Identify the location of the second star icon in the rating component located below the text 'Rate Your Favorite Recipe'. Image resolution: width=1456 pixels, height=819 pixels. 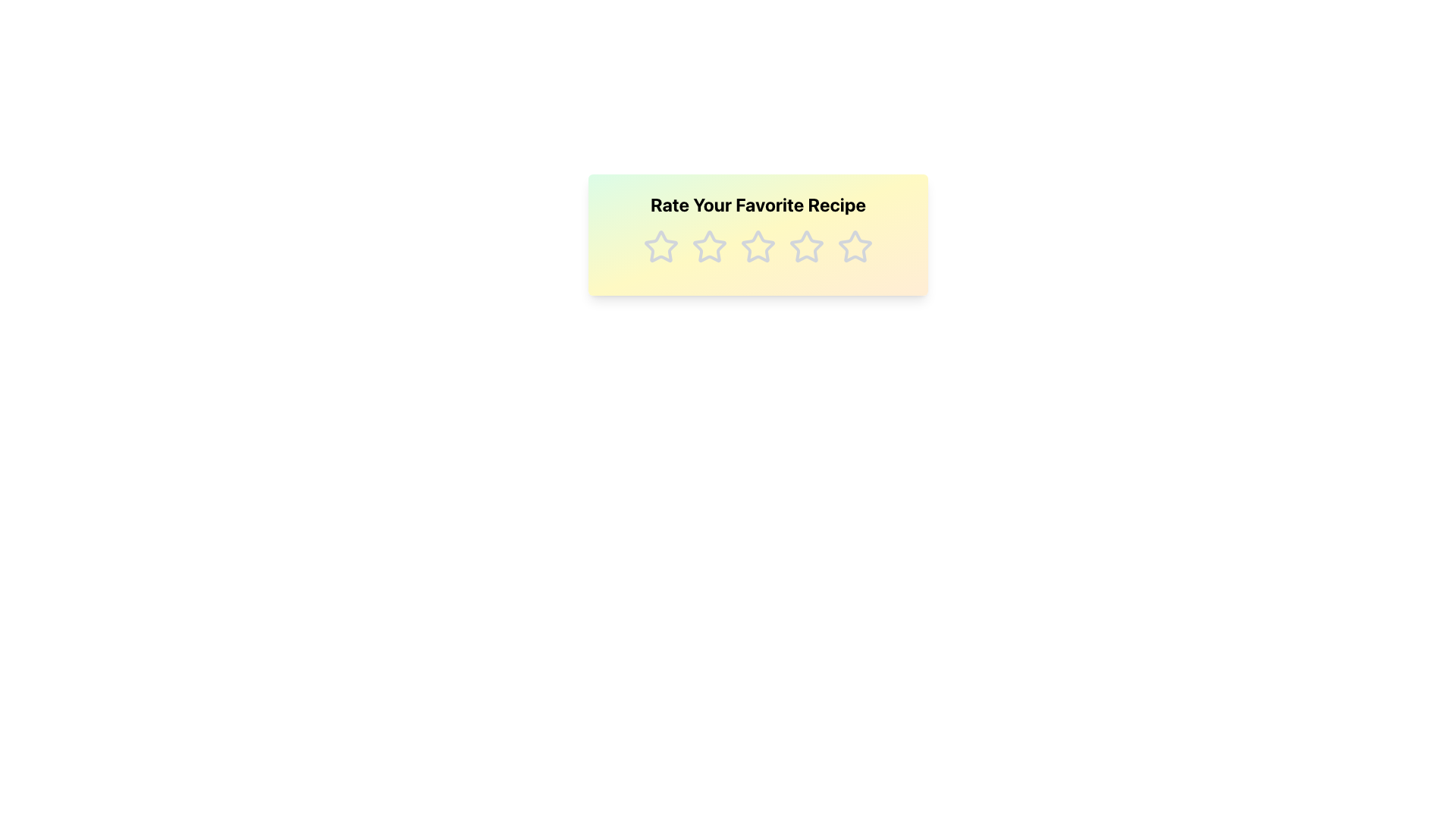
(708, 245).